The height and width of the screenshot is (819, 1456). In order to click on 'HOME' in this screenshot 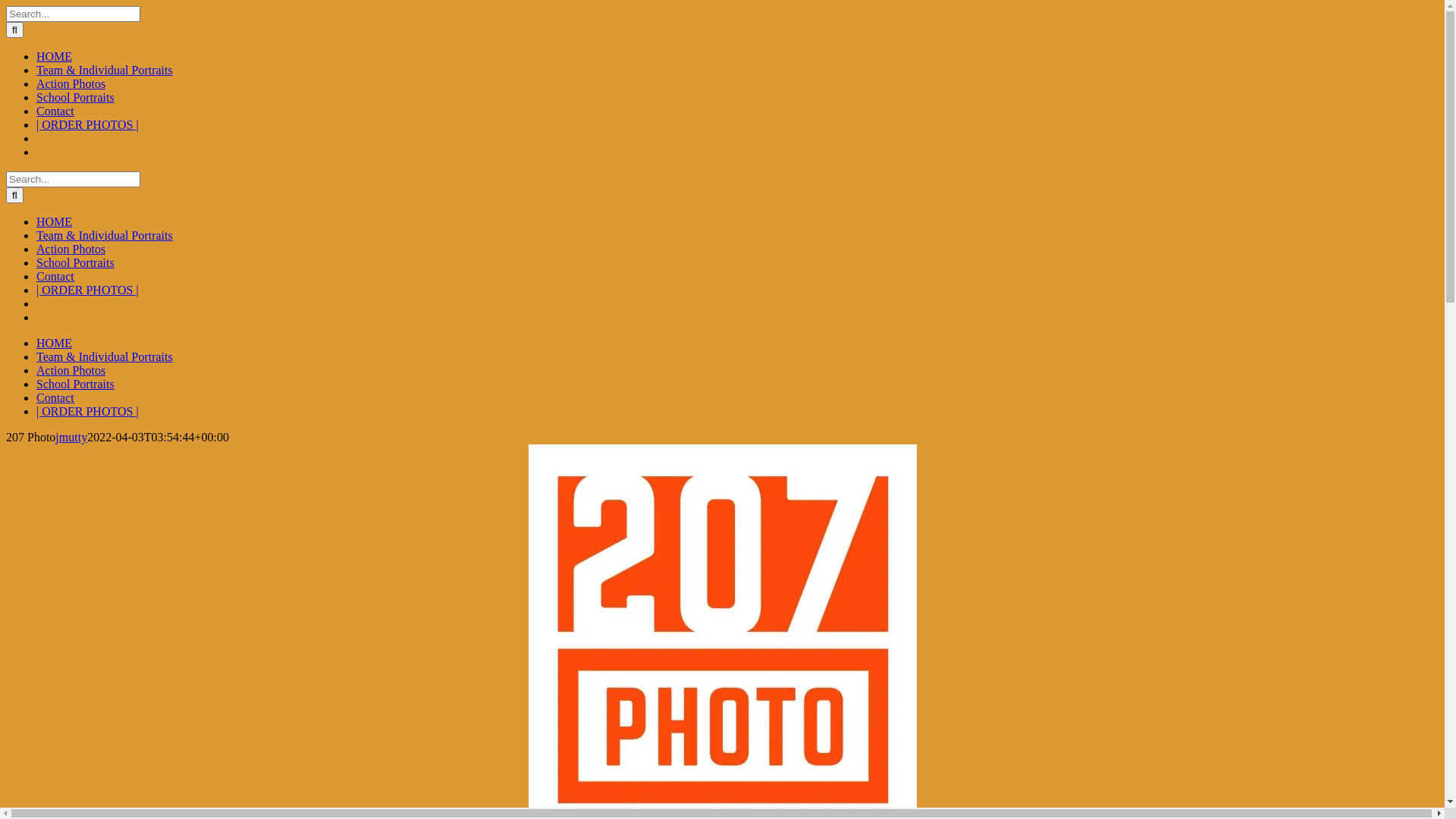, I will do `click(54, 221)`.